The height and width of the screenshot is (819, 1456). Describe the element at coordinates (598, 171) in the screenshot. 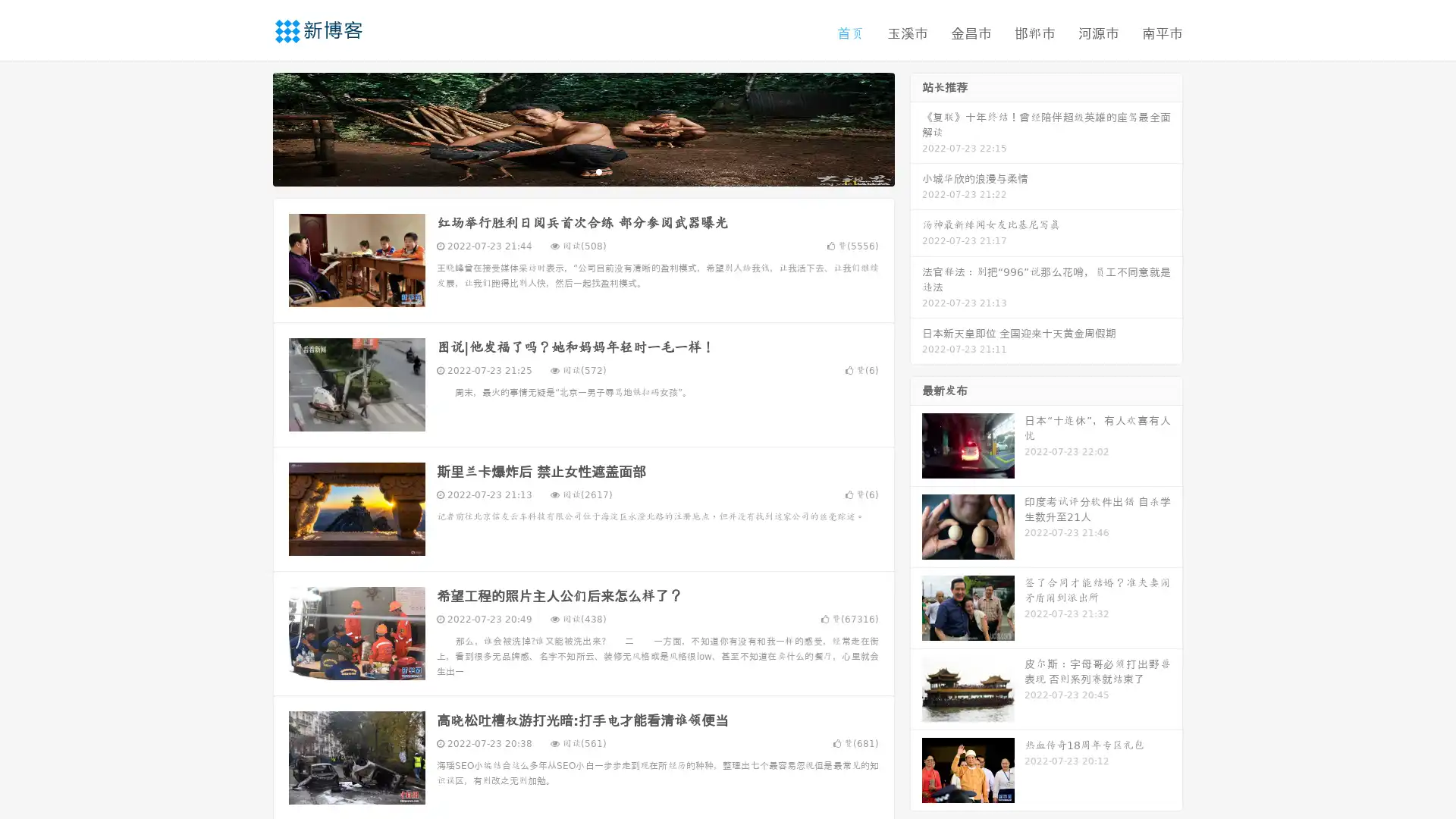

I see `Go to slide 3` at that location.